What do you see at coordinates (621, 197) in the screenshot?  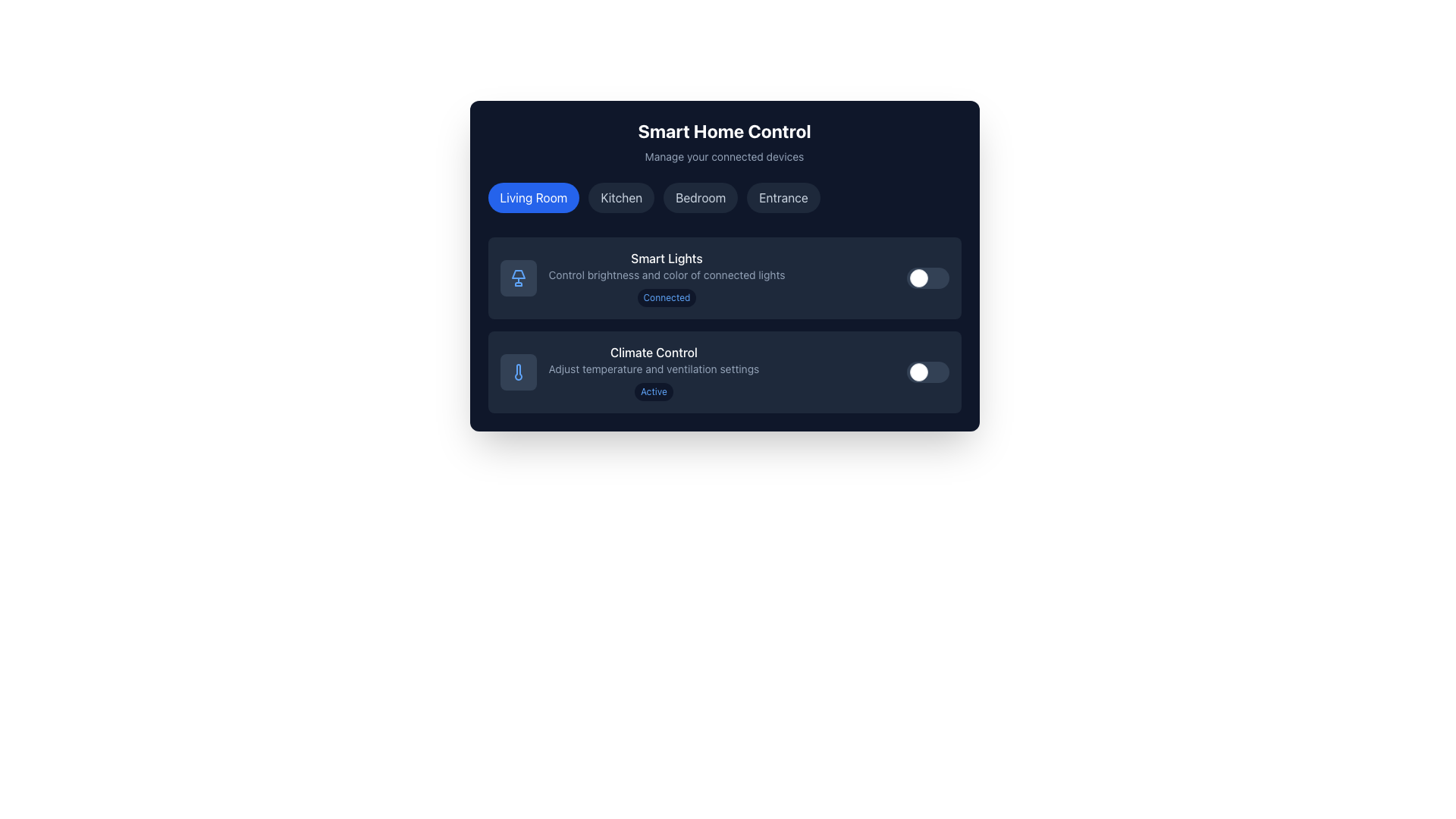 I see `the second tab button labeled 'Kitchen' in the smart home interface, located between 'Living Room' and 'Bedroom'` at bounding box center [621, 197].